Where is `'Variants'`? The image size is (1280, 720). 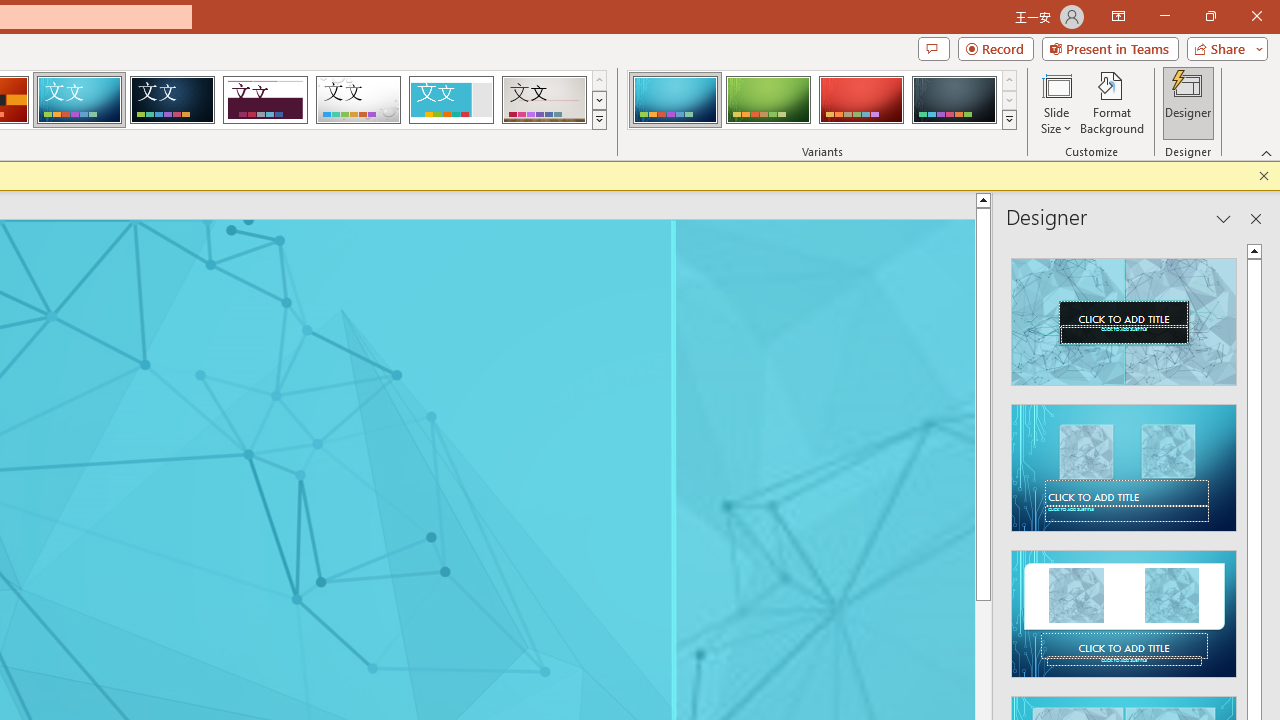
'Variants' is located at coordinates (1009, 120).